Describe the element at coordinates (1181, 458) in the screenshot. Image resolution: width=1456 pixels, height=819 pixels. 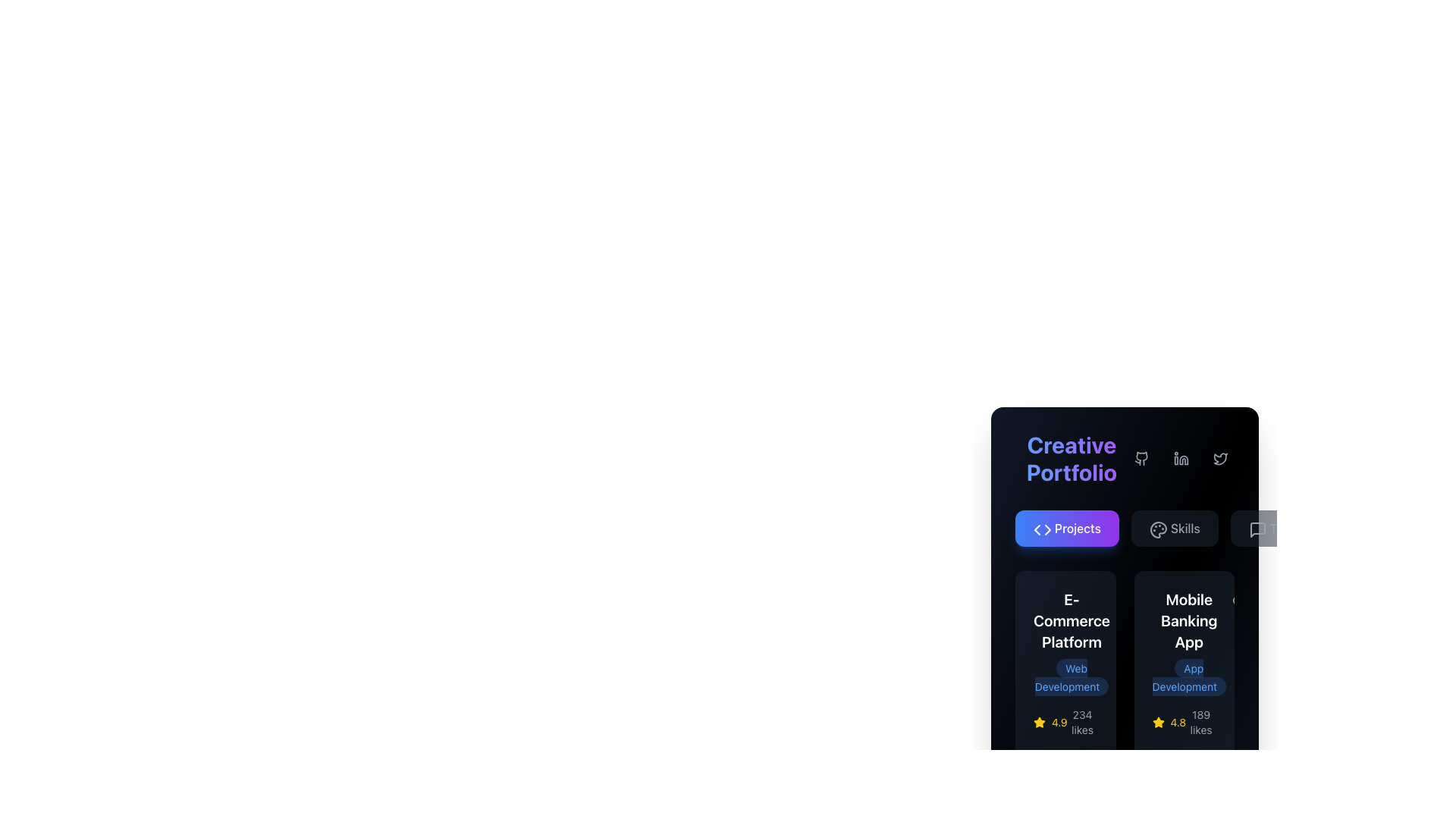
I see `the second button in a horizontal row of three buttons` at that location.